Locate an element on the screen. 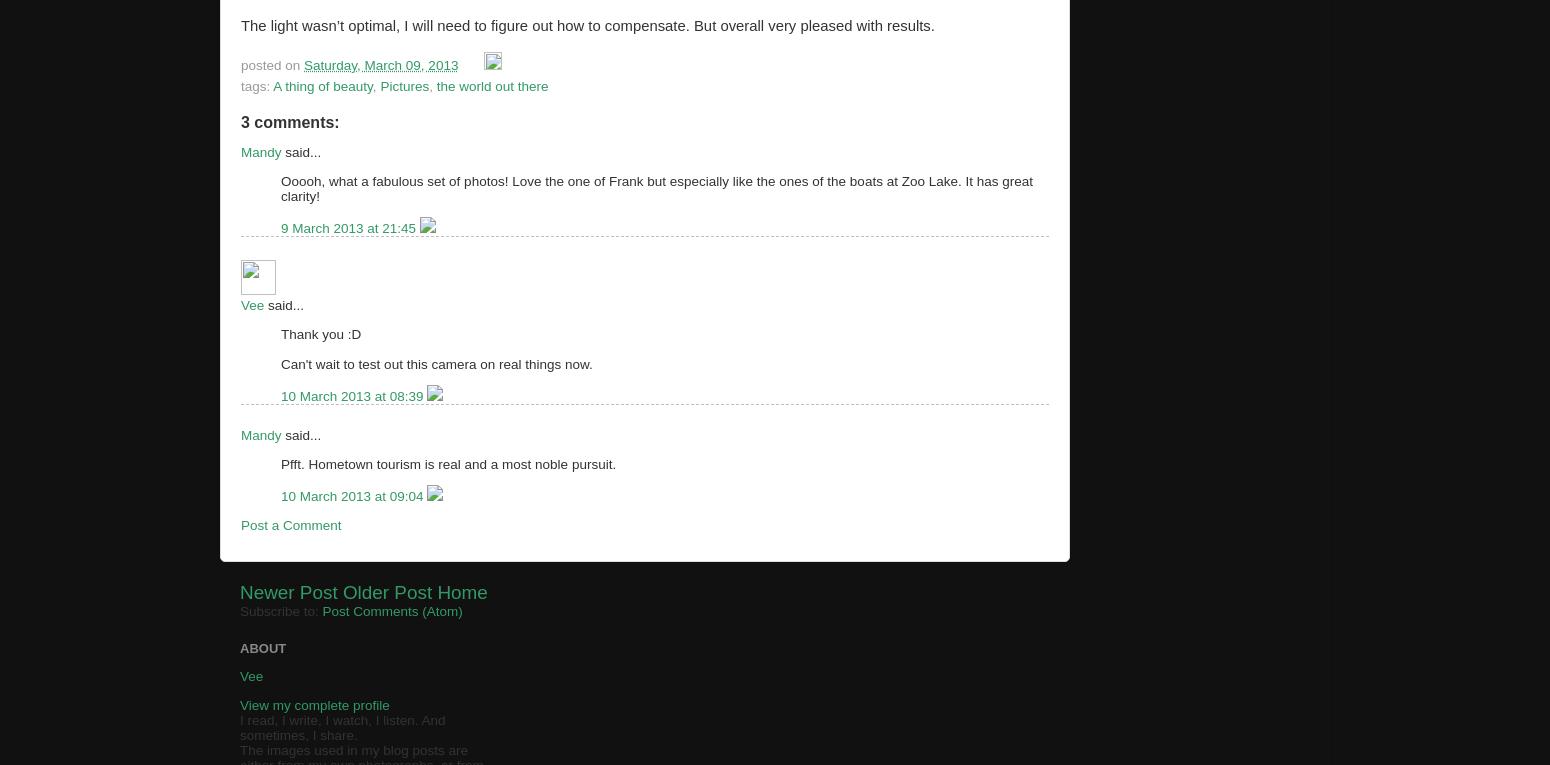 Image resolution: width=1550 pixels, height=765 pixels. 'Pictures' is located at coordinates (404, 85).